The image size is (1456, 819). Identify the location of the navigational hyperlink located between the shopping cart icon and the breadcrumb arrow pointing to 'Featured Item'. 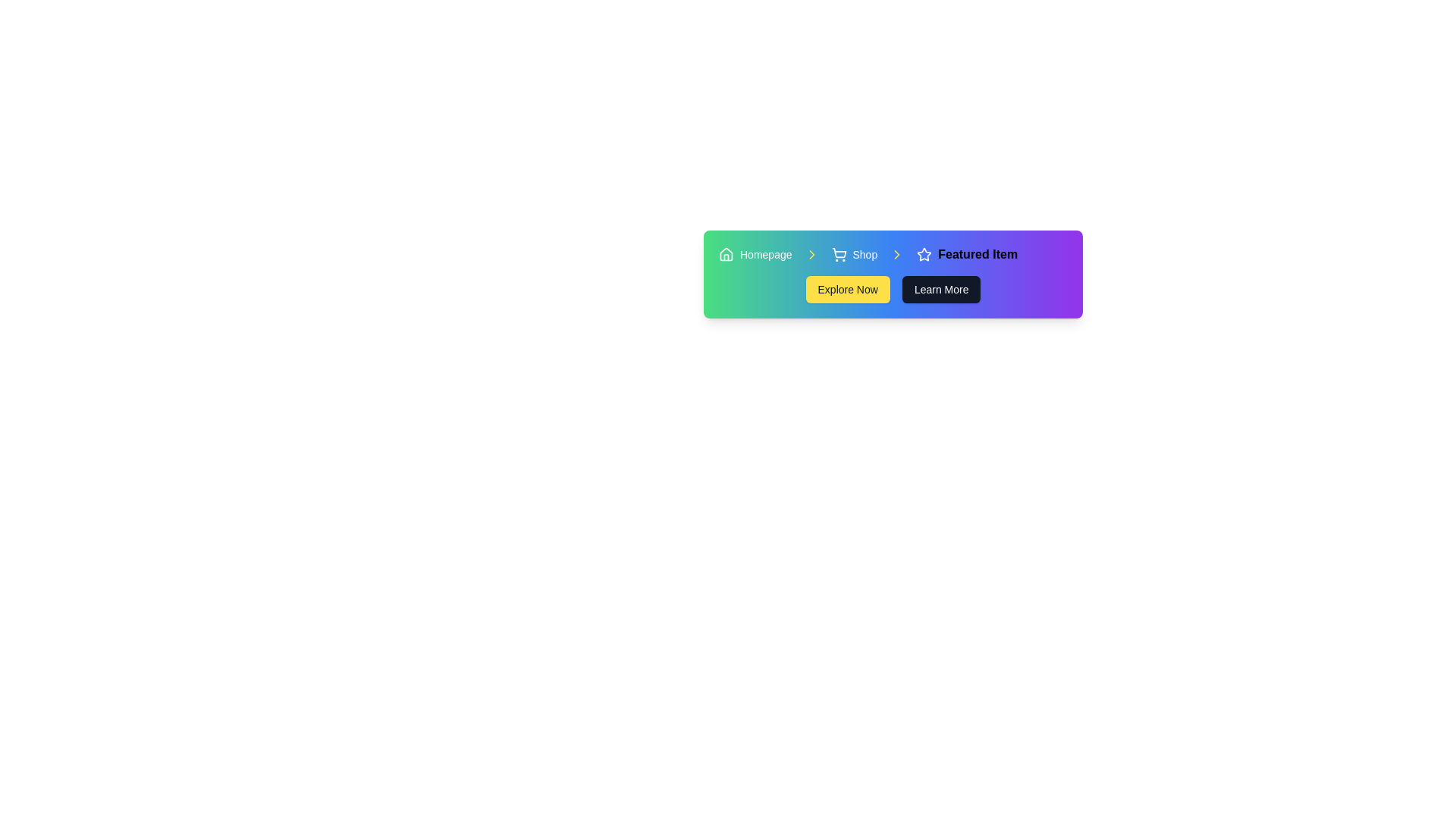
(864, 253).